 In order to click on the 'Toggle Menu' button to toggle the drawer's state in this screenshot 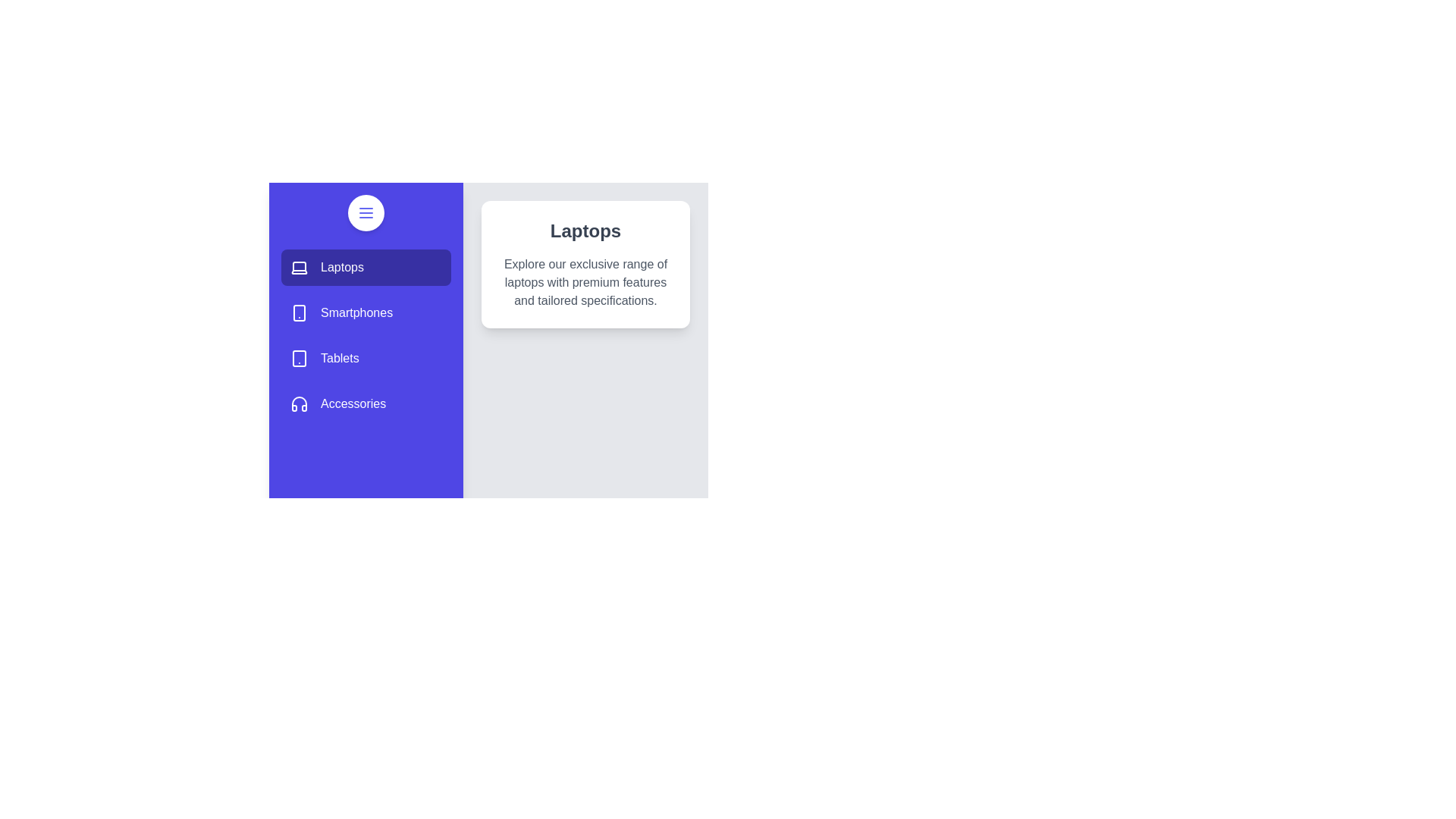, I will do `click(366, 213)`.